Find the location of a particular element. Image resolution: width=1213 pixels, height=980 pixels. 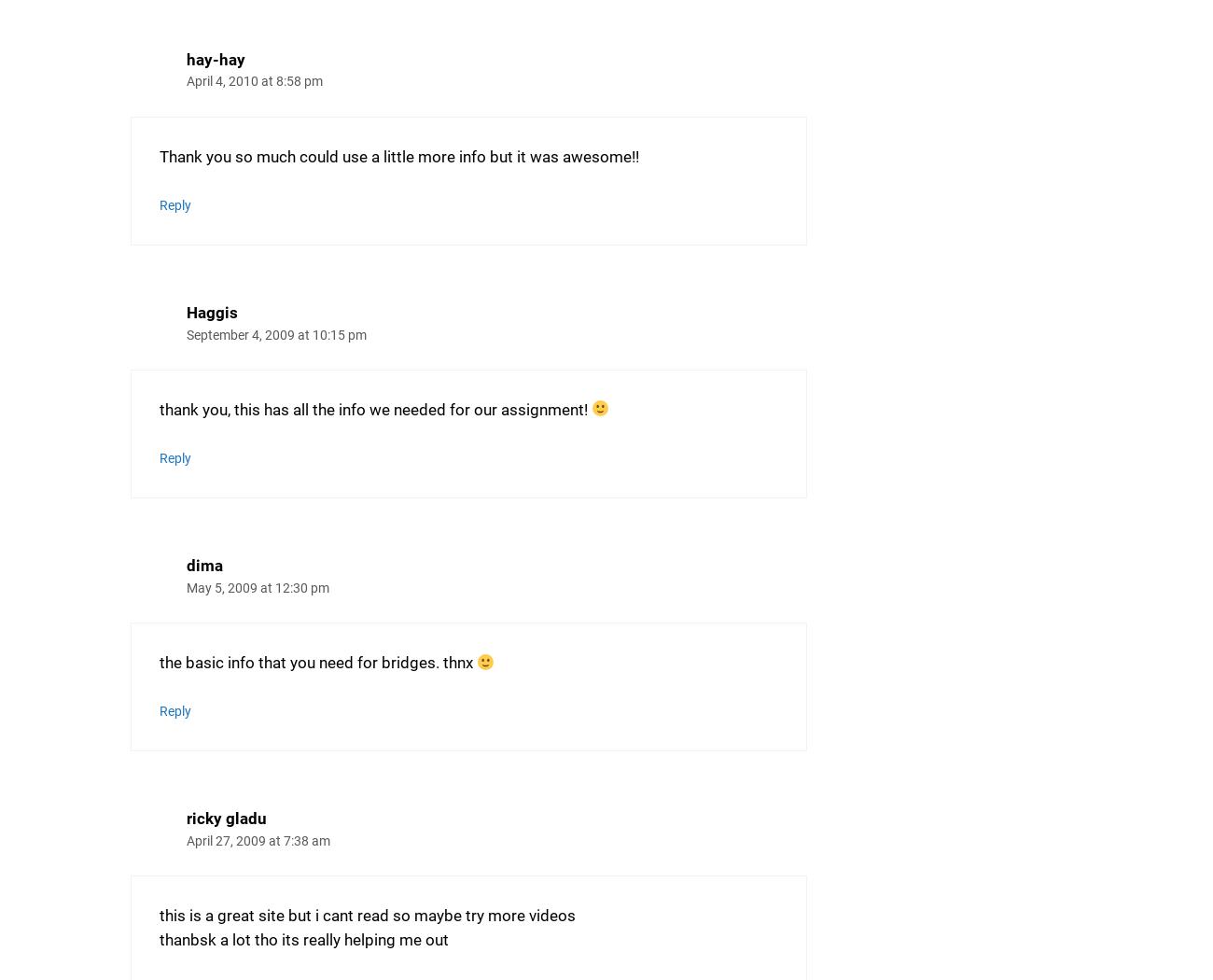

'September 4, 2009 at 10:15 pm' is located at coordinates (276, 333).